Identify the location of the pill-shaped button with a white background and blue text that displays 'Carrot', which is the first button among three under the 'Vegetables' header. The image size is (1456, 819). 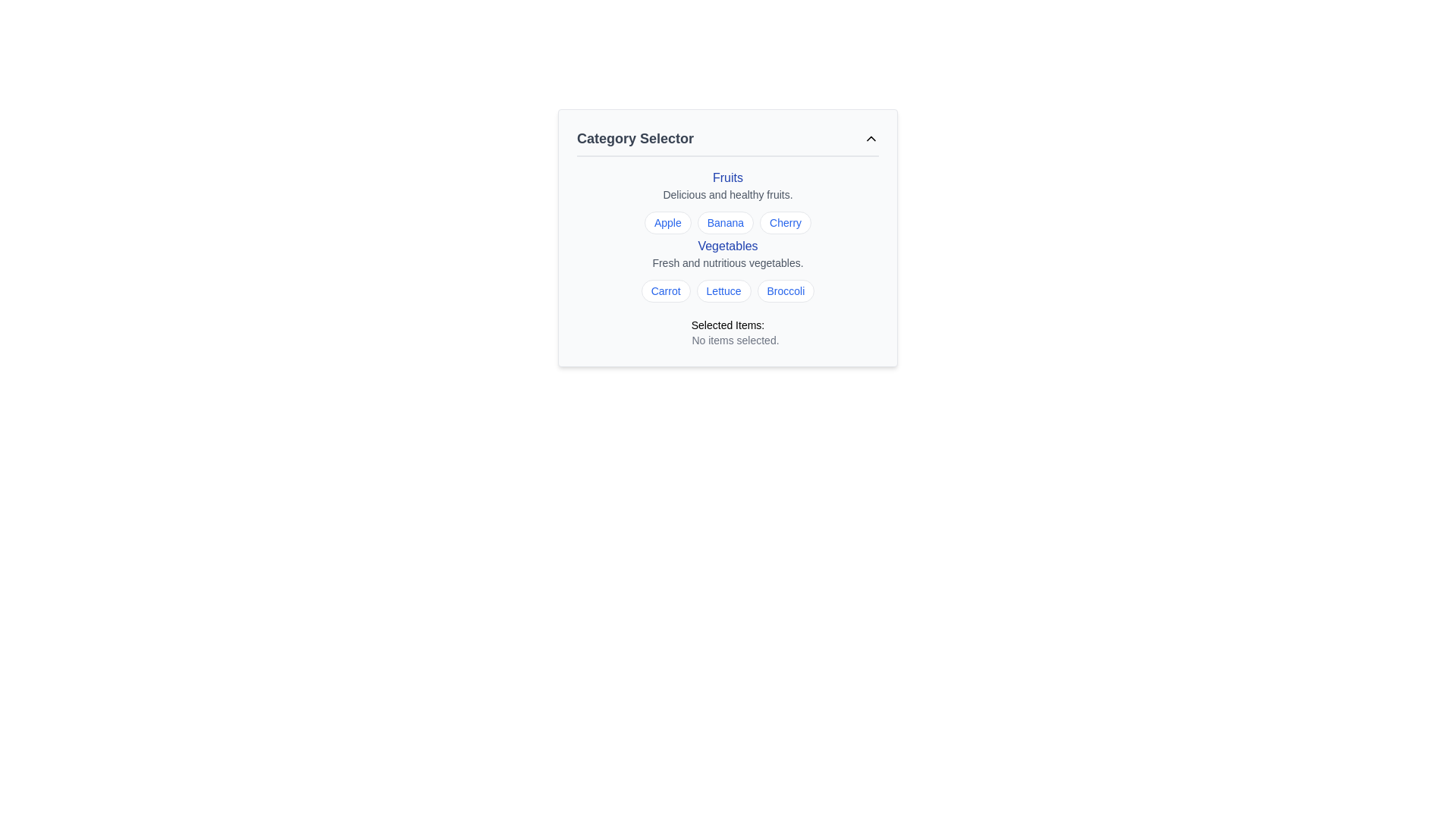
(666, 291).